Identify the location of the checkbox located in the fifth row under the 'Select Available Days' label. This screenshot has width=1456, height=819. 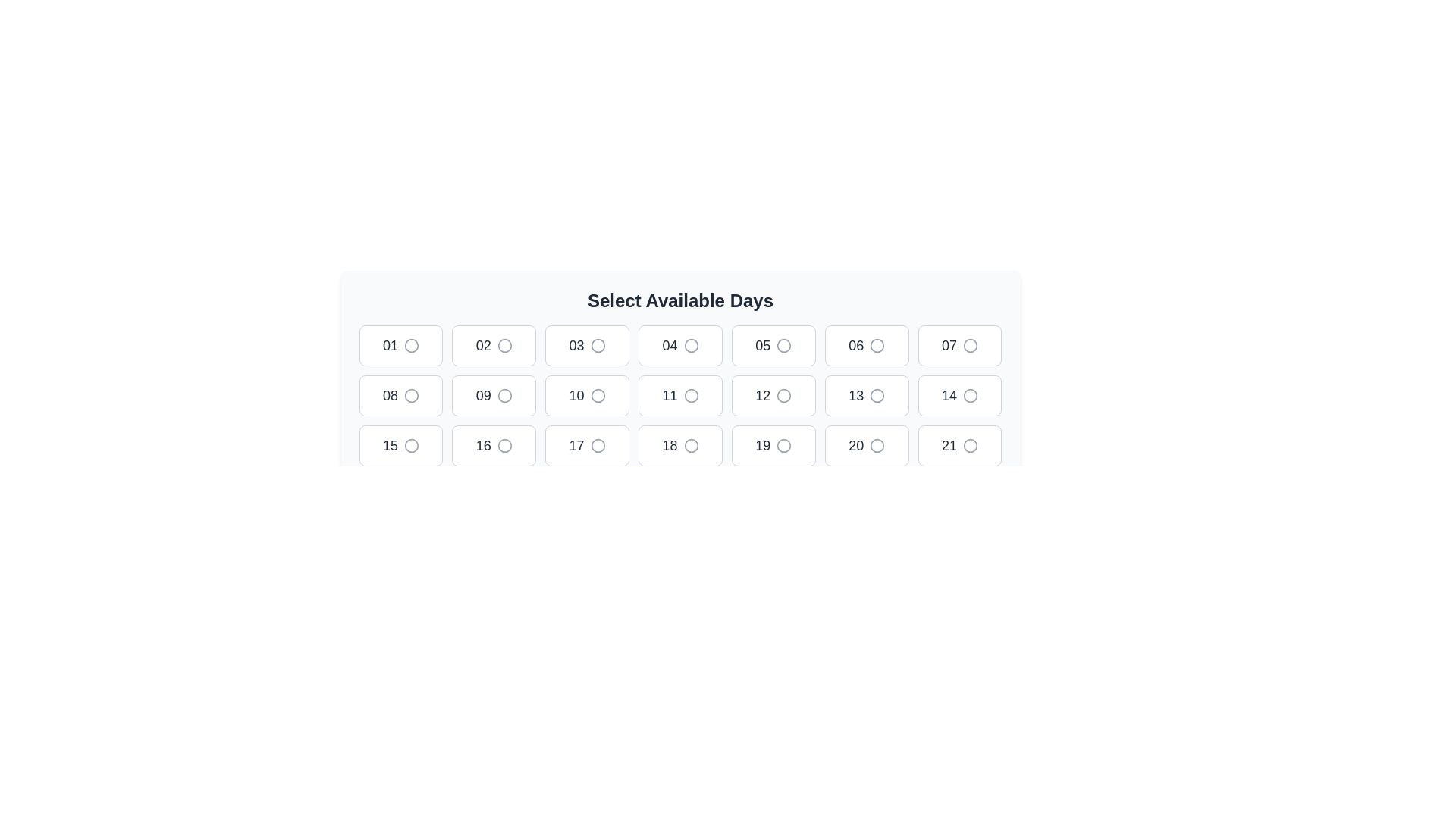
(877, 394).